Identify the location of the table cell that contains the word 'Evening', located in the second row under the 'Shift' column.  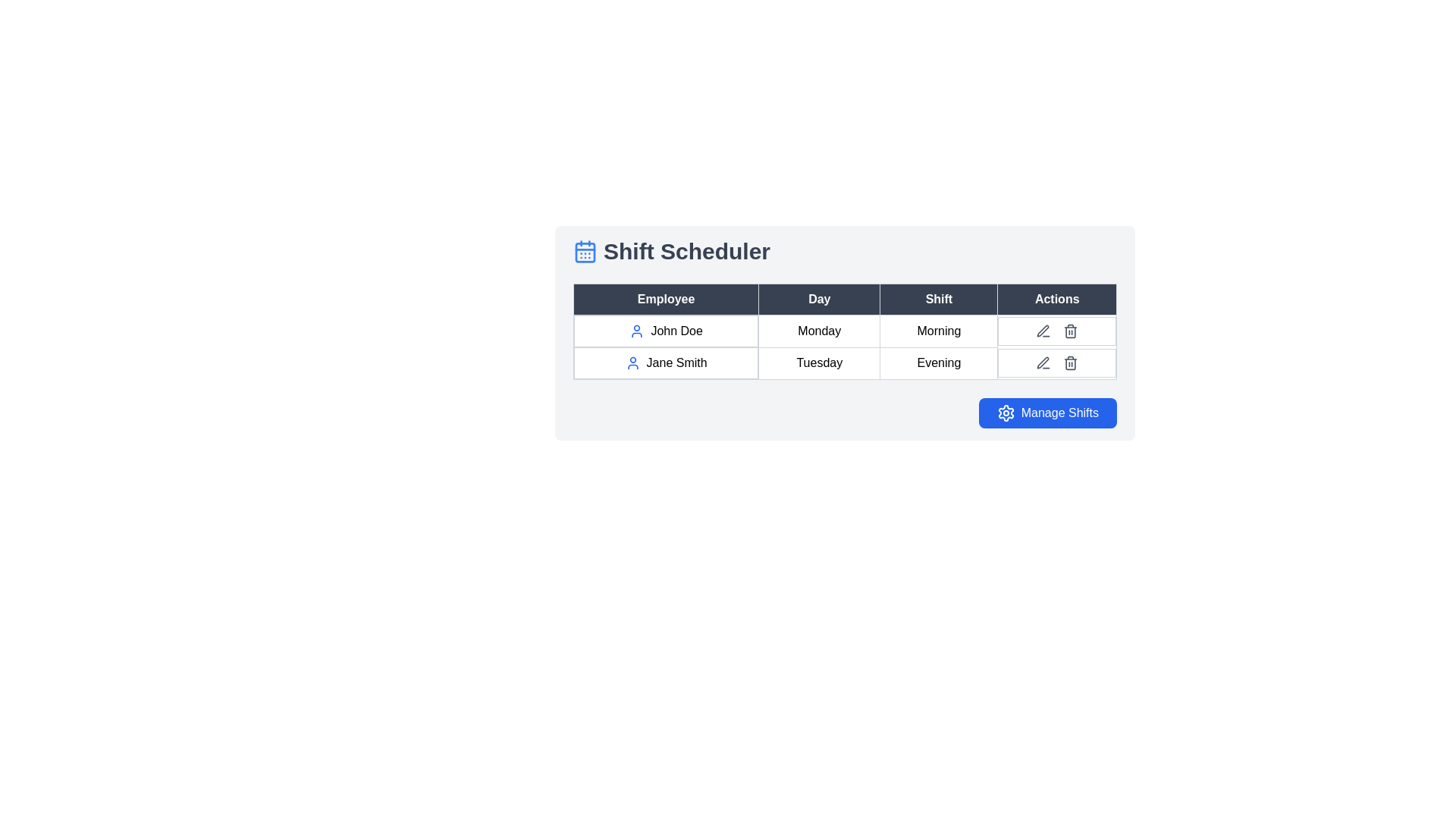
(938, 363).